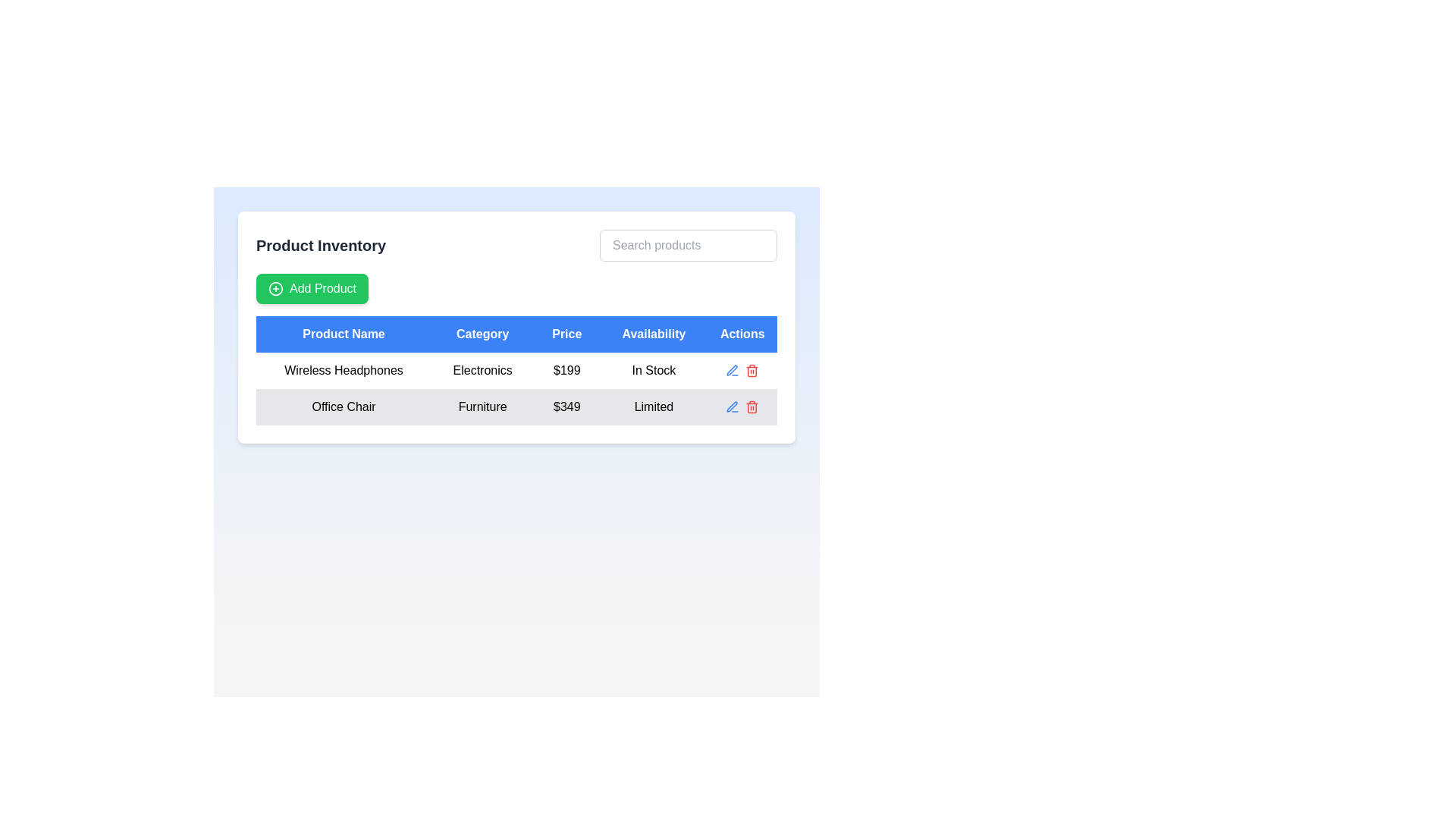 The width and height of the screenshot is (1456, 819). I want to click on the static text label displaying 'Wireless Headphones', which is located in the first column of the second row in a product information table, so click(343, 371).